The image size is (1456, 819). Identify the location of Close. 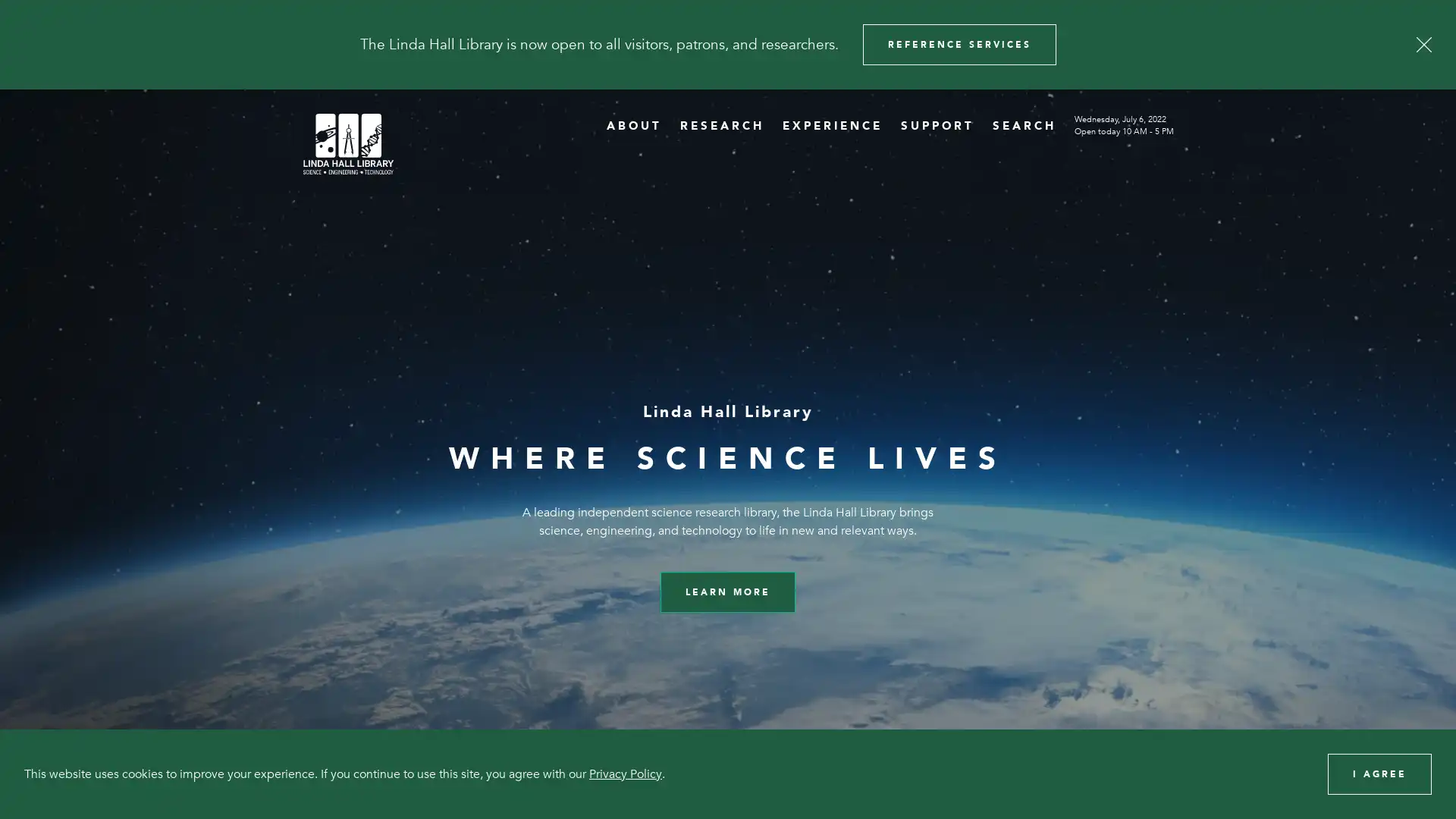
(1423, 43).